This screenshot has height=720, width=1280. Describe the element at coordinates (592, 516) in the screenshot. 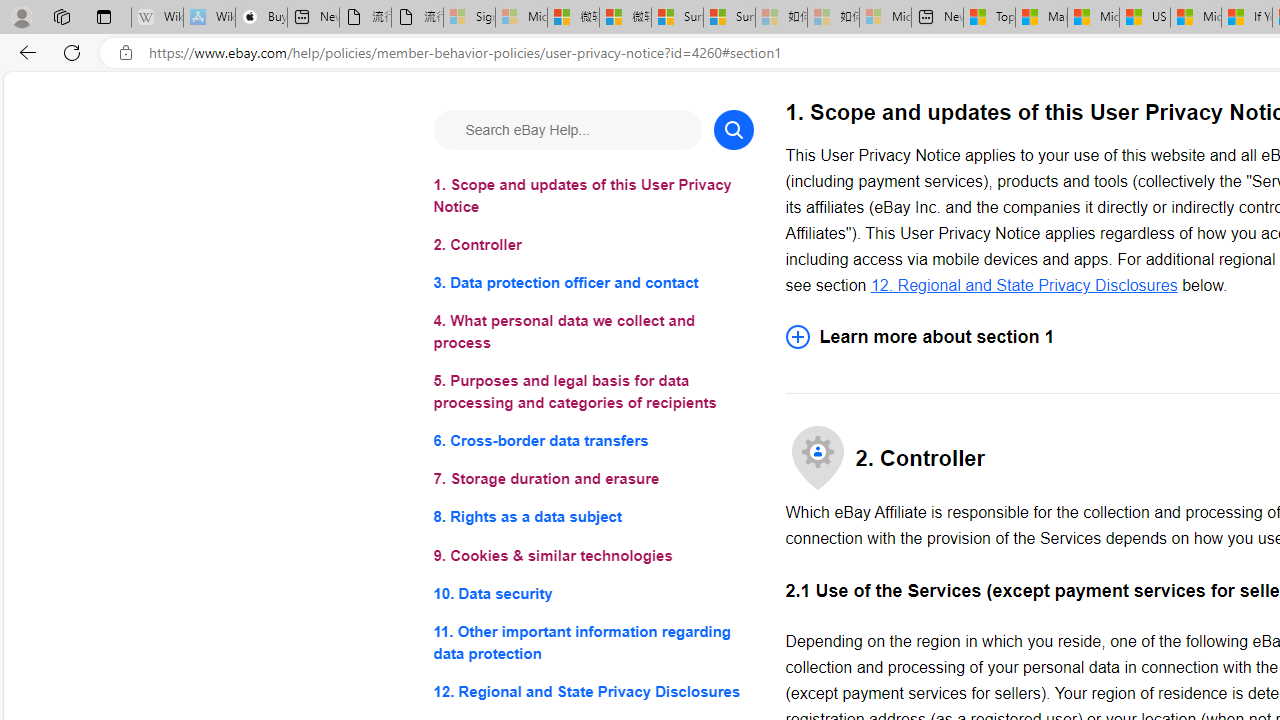

I see `'8. Rights as a data subject'` at that location.